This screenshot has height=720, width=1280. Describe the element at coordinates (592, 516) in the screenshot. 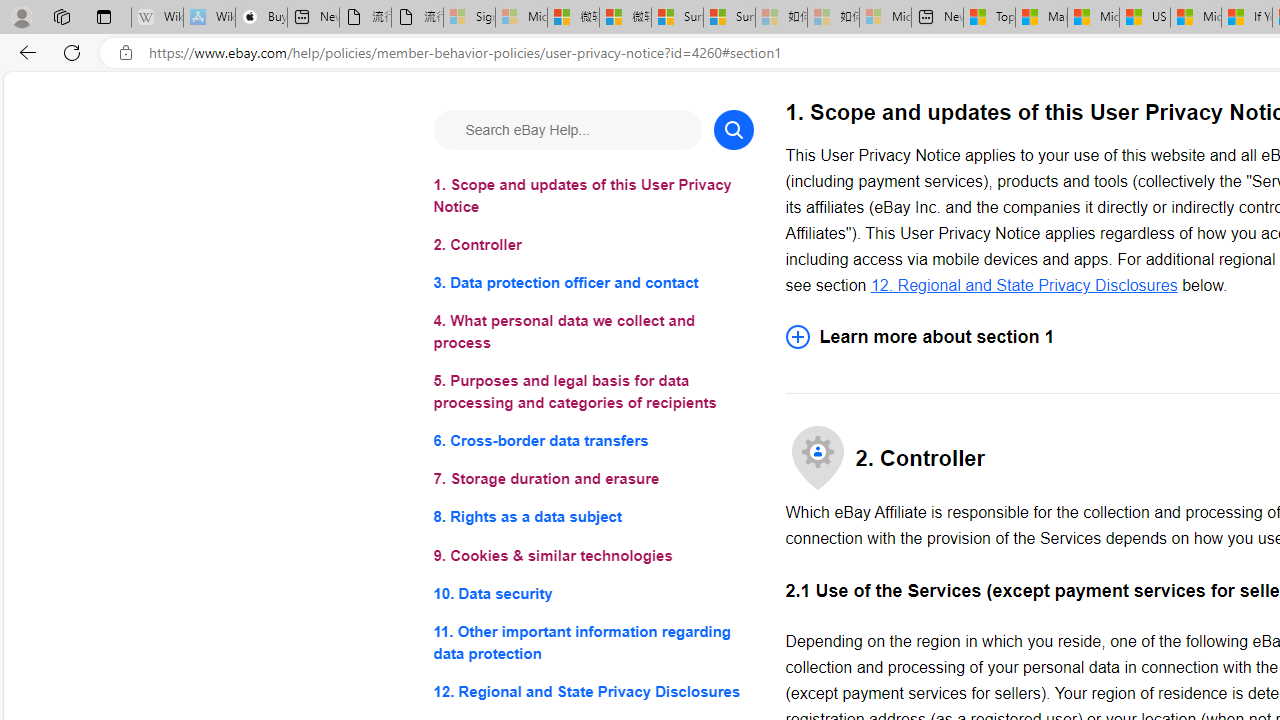

I see `'8. Rights as a data subject'` at that location.